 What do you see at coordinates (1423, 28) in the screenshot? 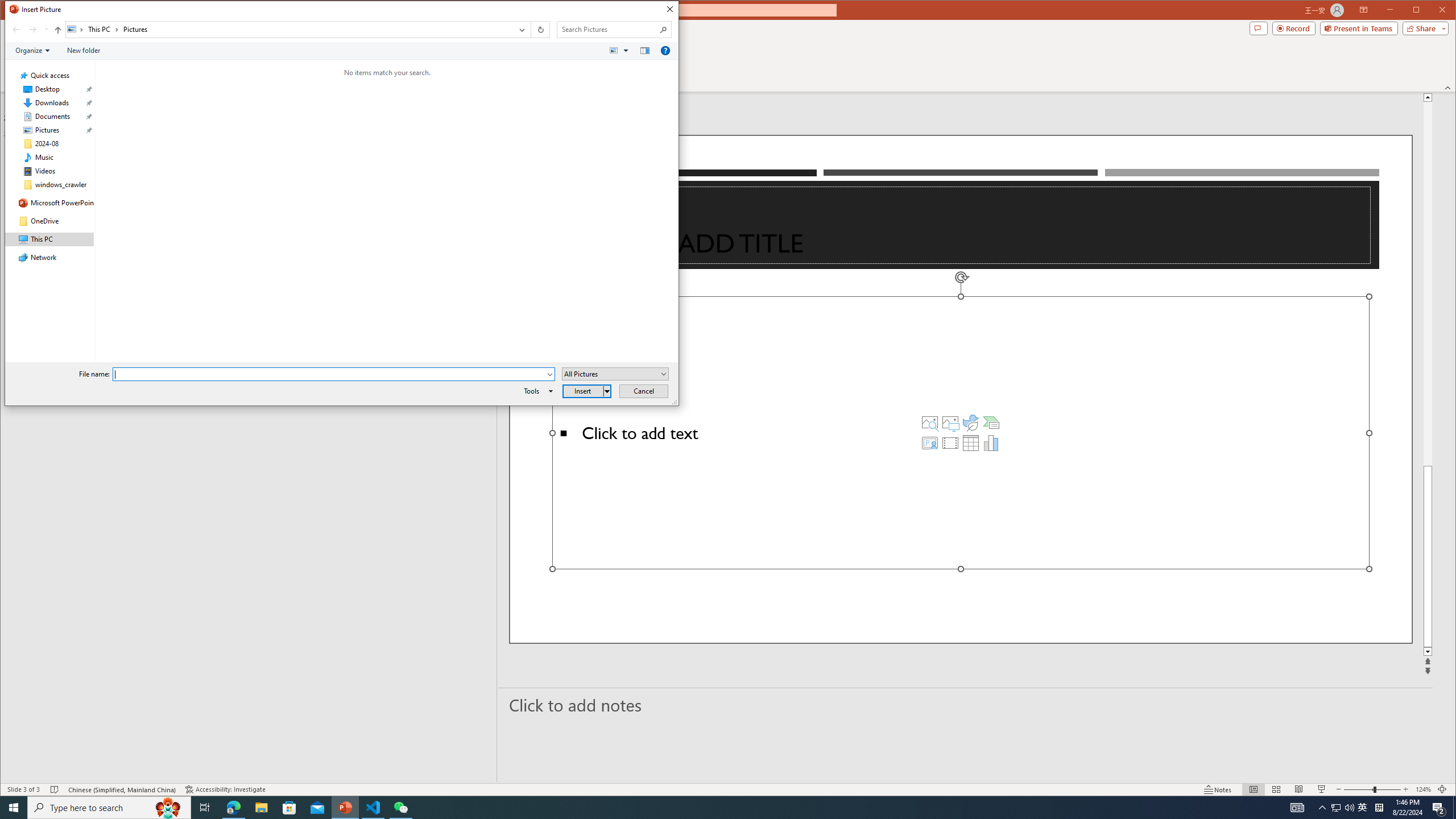
I see `'Share'` at bounding box center [1423, 28].